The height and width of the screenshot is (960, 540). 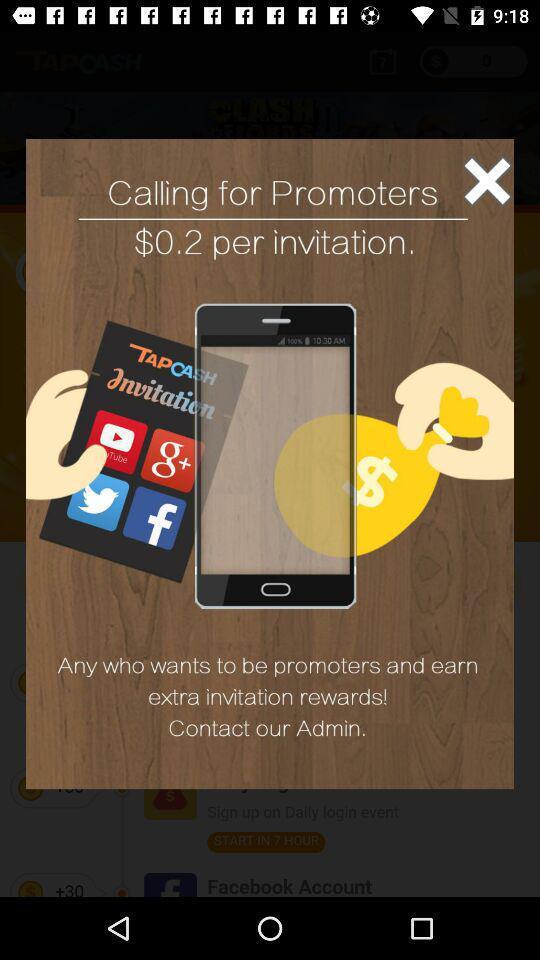 I want to click on tag, so click(x=486, y=181).